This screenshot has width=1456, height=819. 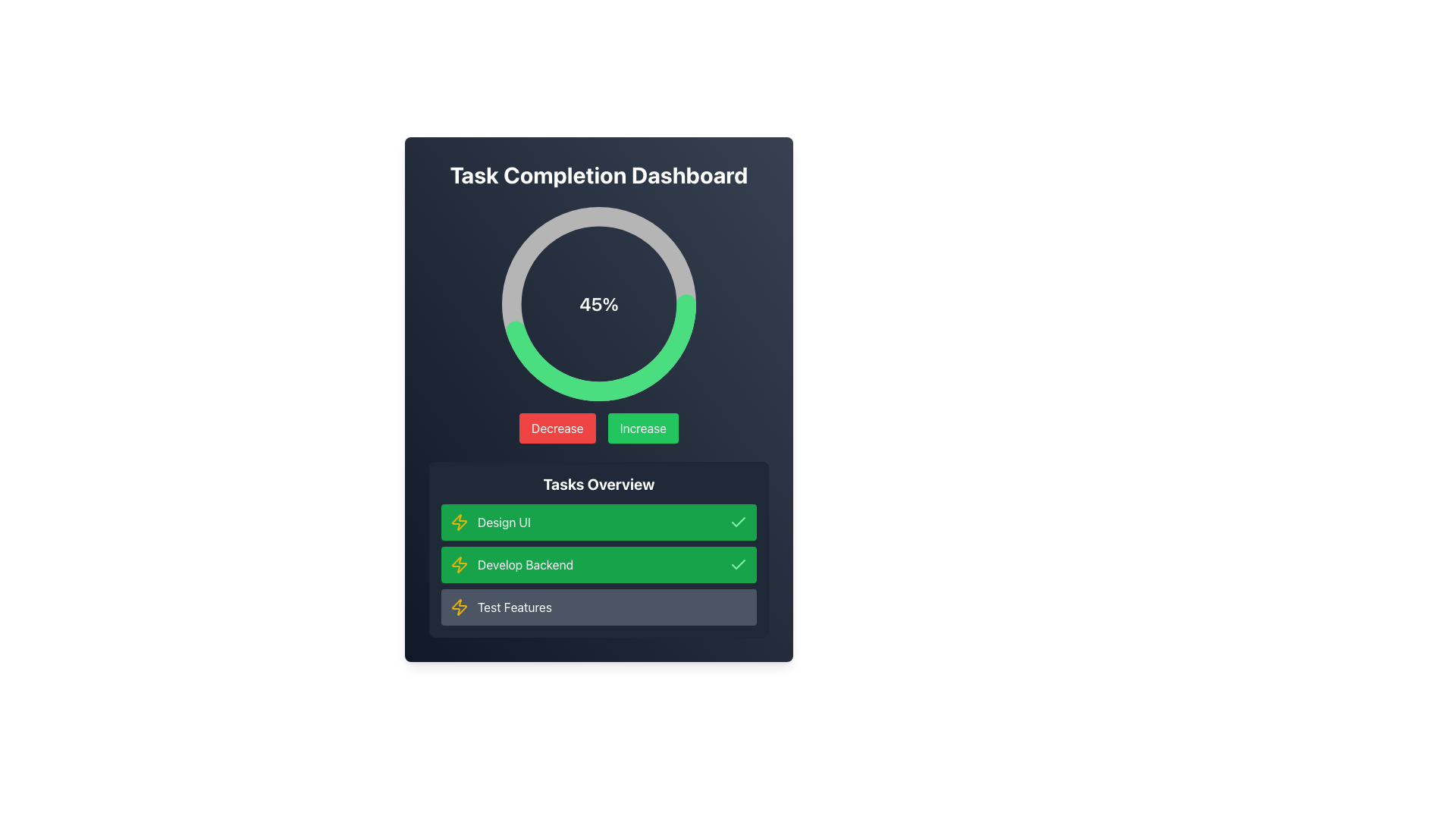 I want to click on the completion icon located on the rightmost side of the green row for the 'Develop Backend' task in the 'Tasks Overview' section to signify that the task has been completed, so click(x=739, y=520).